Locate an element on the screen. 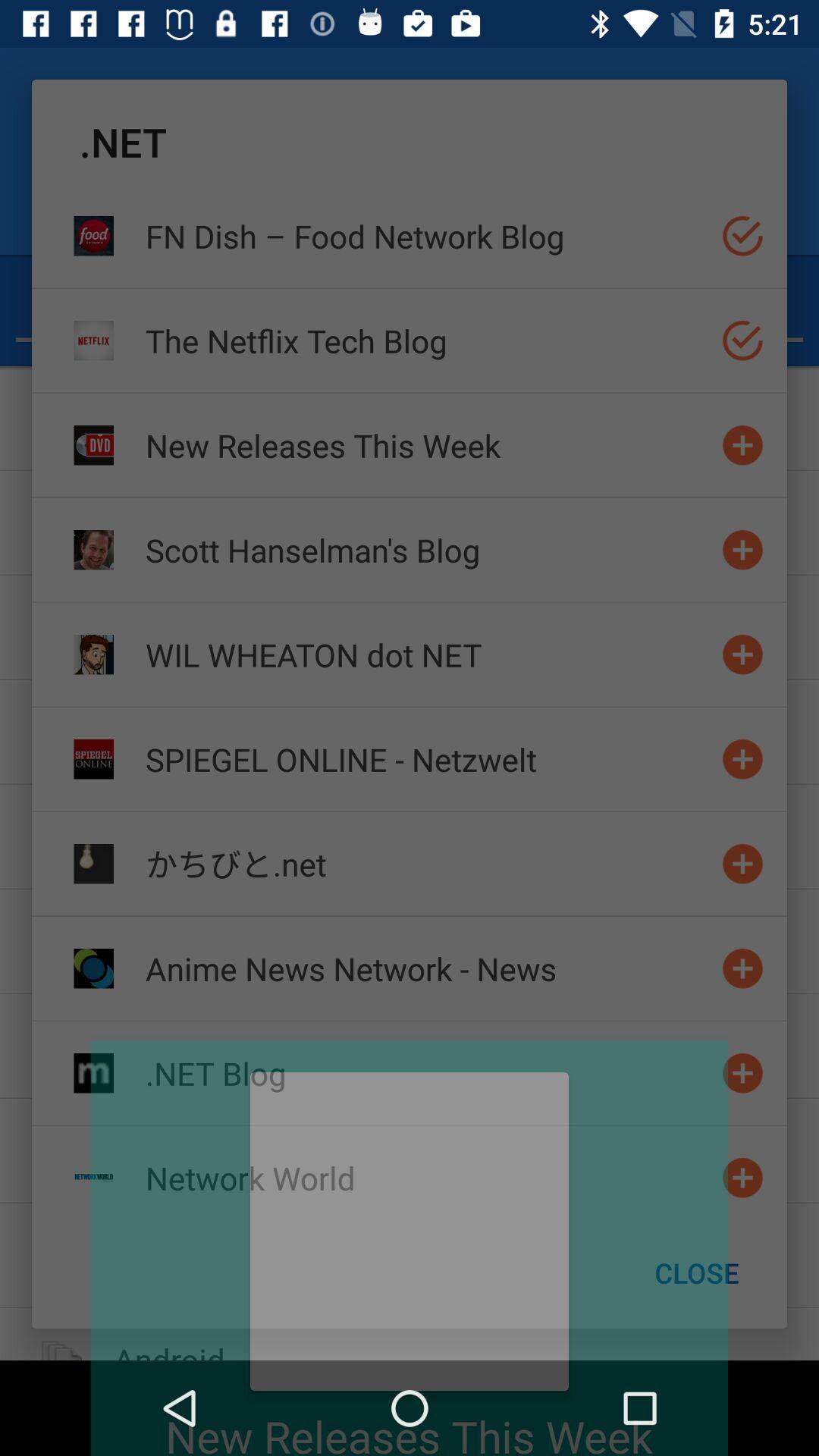 This screenshot has width=819, height=1456. item above scott hanselman s icon is located at coordinates (427, 444).